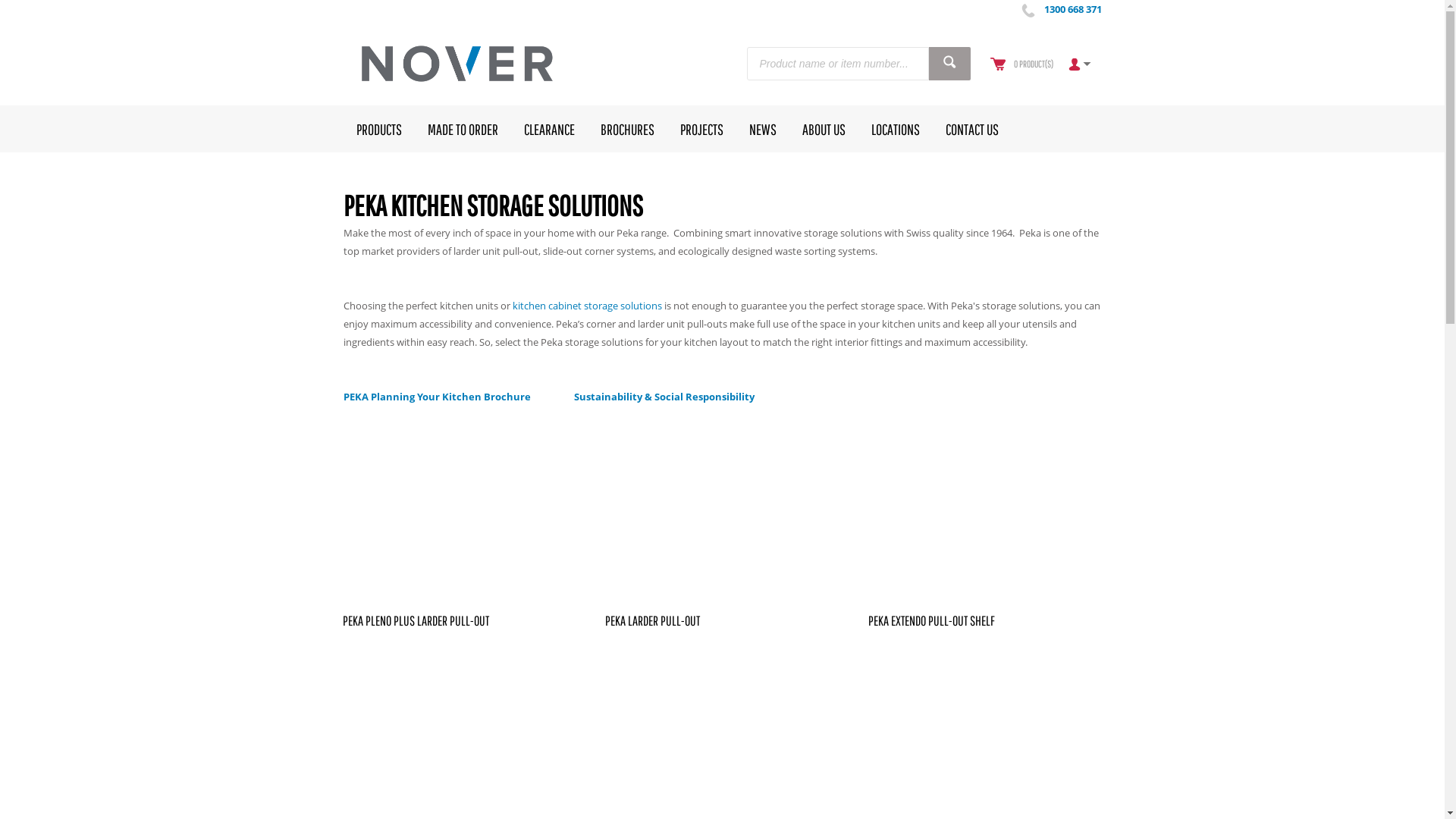  I want to click on 'CLEARANCE', so click(548, 127).